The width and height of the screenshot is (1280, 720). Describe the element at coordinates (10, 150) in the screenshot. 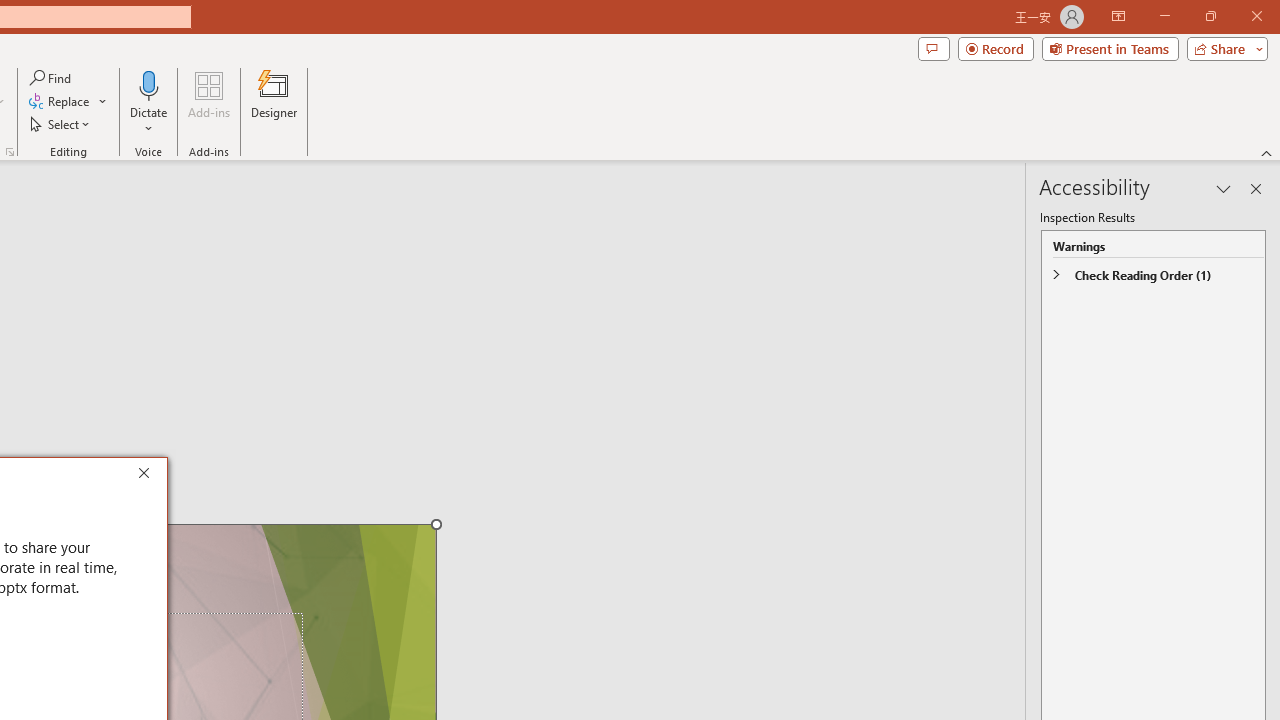

I see `'Format Object...'` at that location.